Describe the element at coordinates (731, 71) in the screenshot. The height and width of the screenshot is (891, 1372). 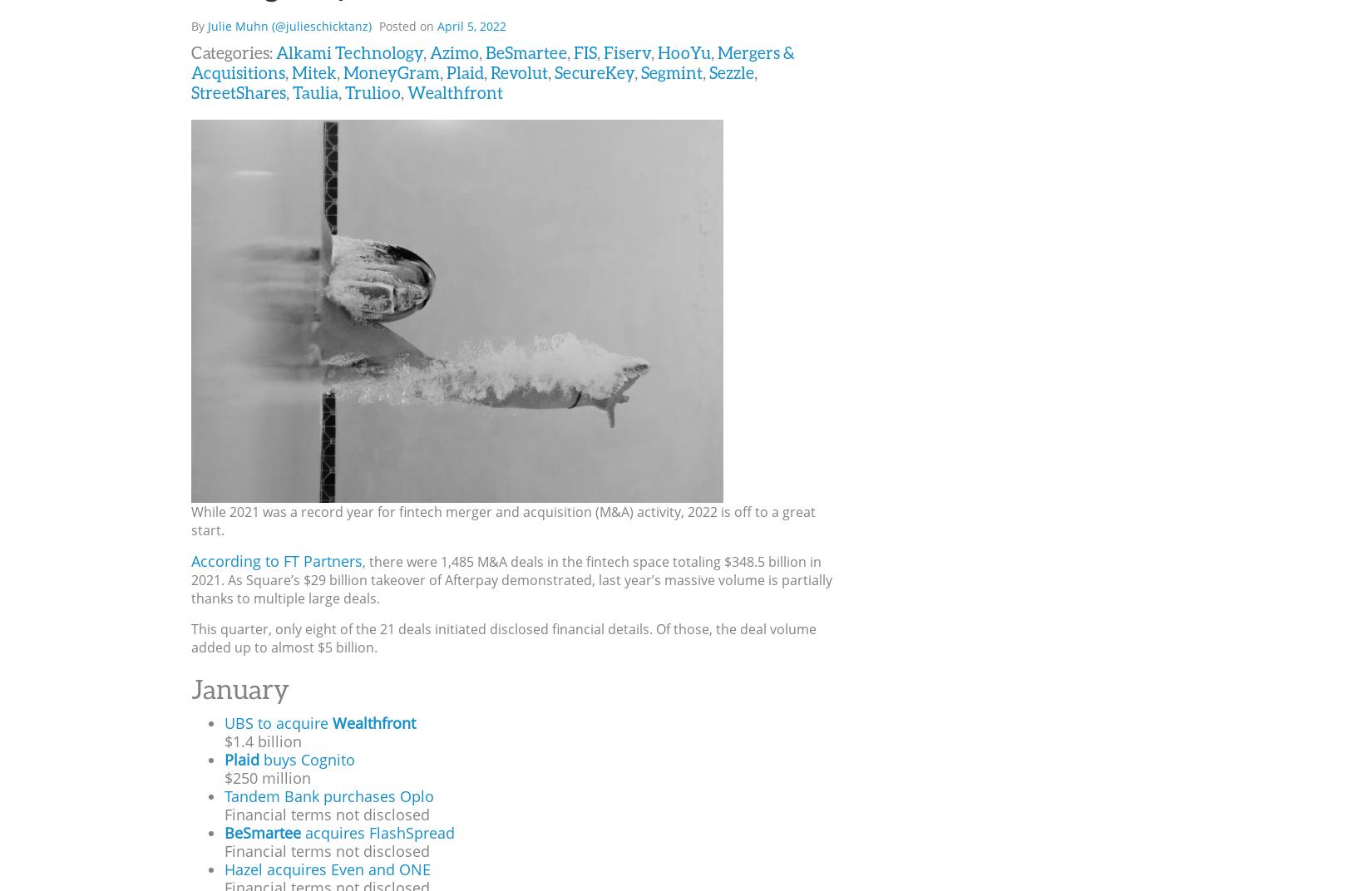
I see `'Sezzle'` at that location.